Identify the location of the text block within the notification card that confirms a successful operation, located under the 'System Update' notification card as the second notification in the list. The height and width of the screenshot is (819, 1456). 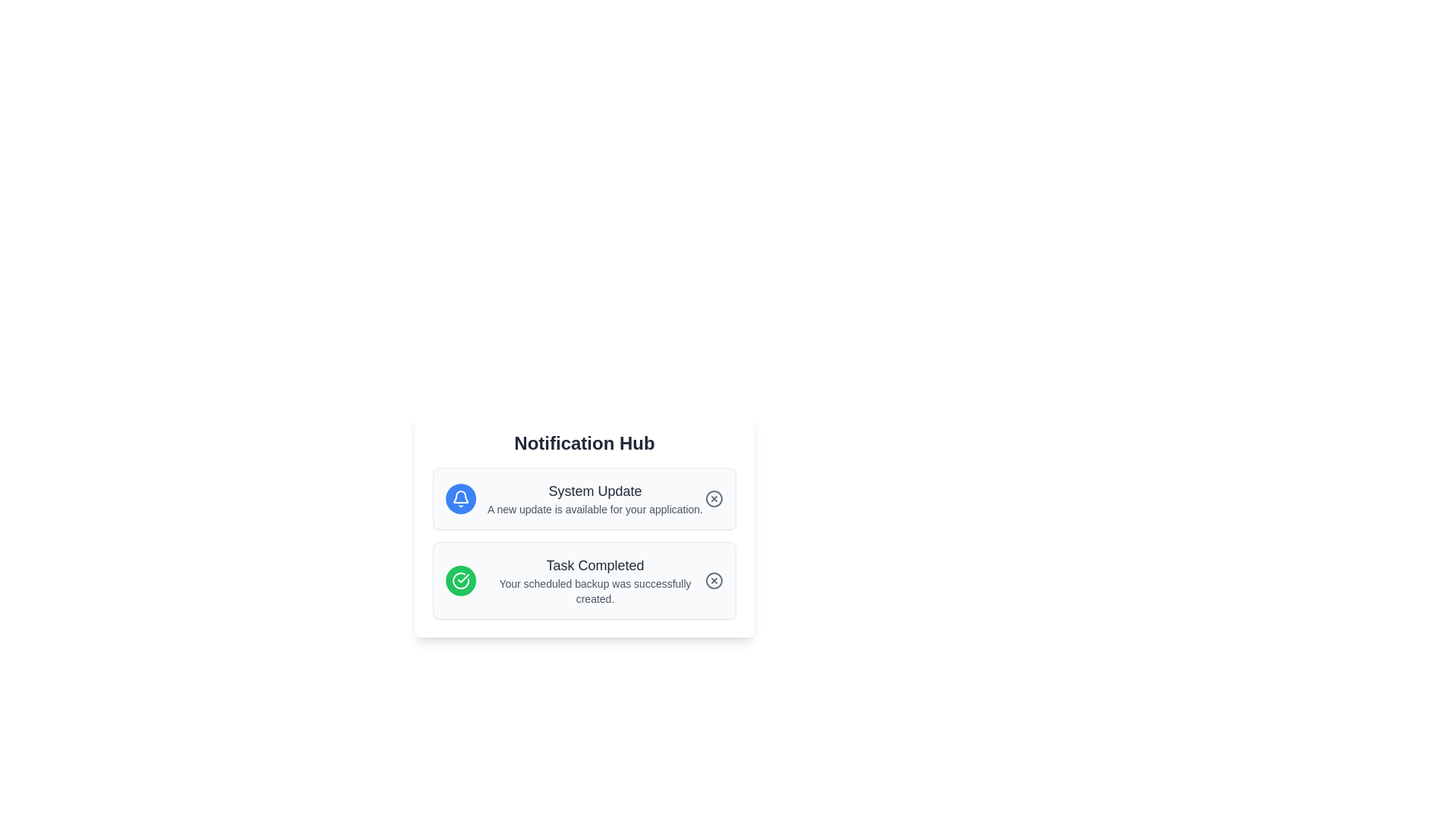
(595, 580).